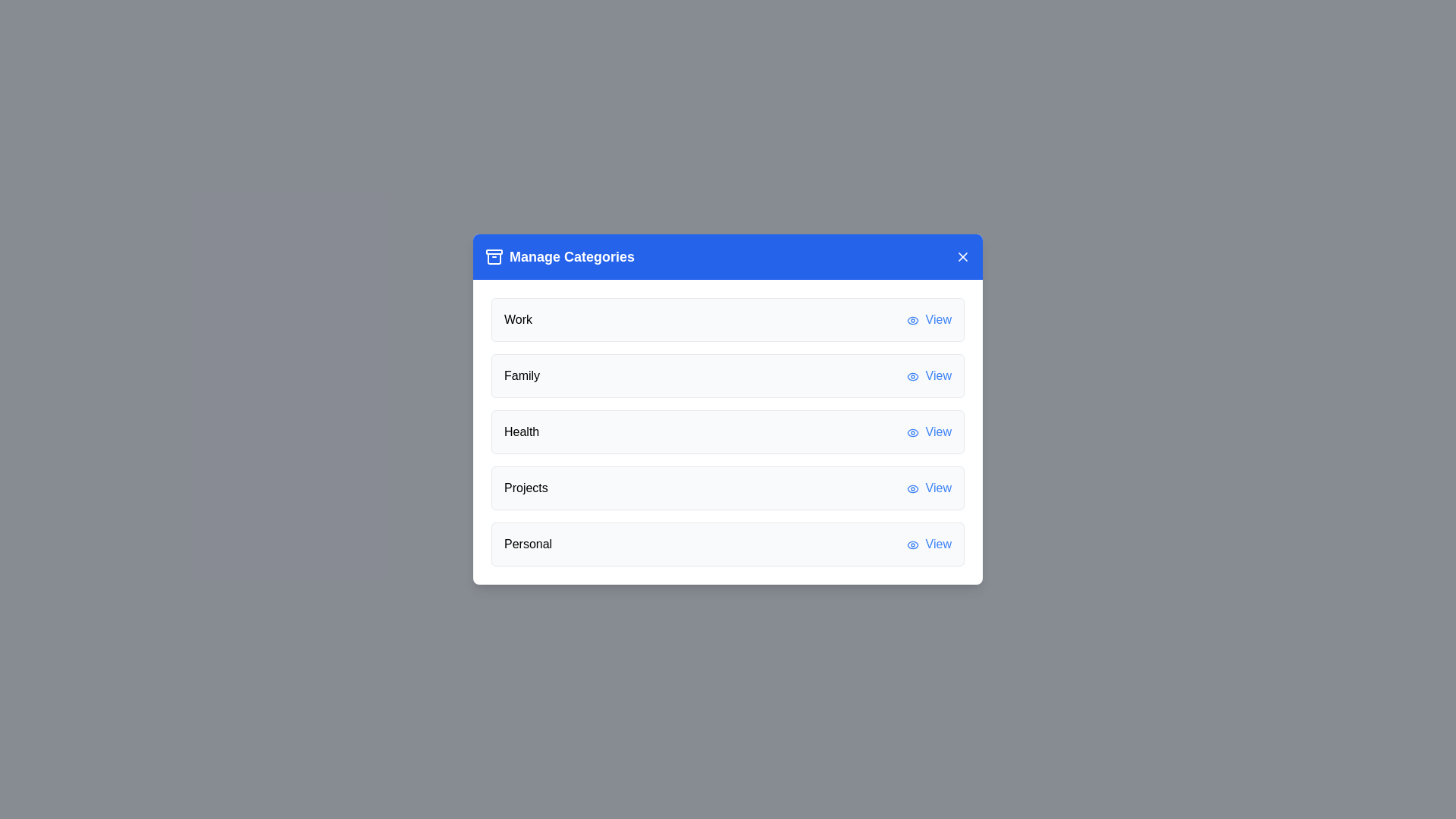 Image resolution: width=1456 pixels, height=819 pixels. What do you see at coordinates (928, 488) in the screenshot?
I see `the 'View' button for the category Projects` at bounding box center [928, 488].